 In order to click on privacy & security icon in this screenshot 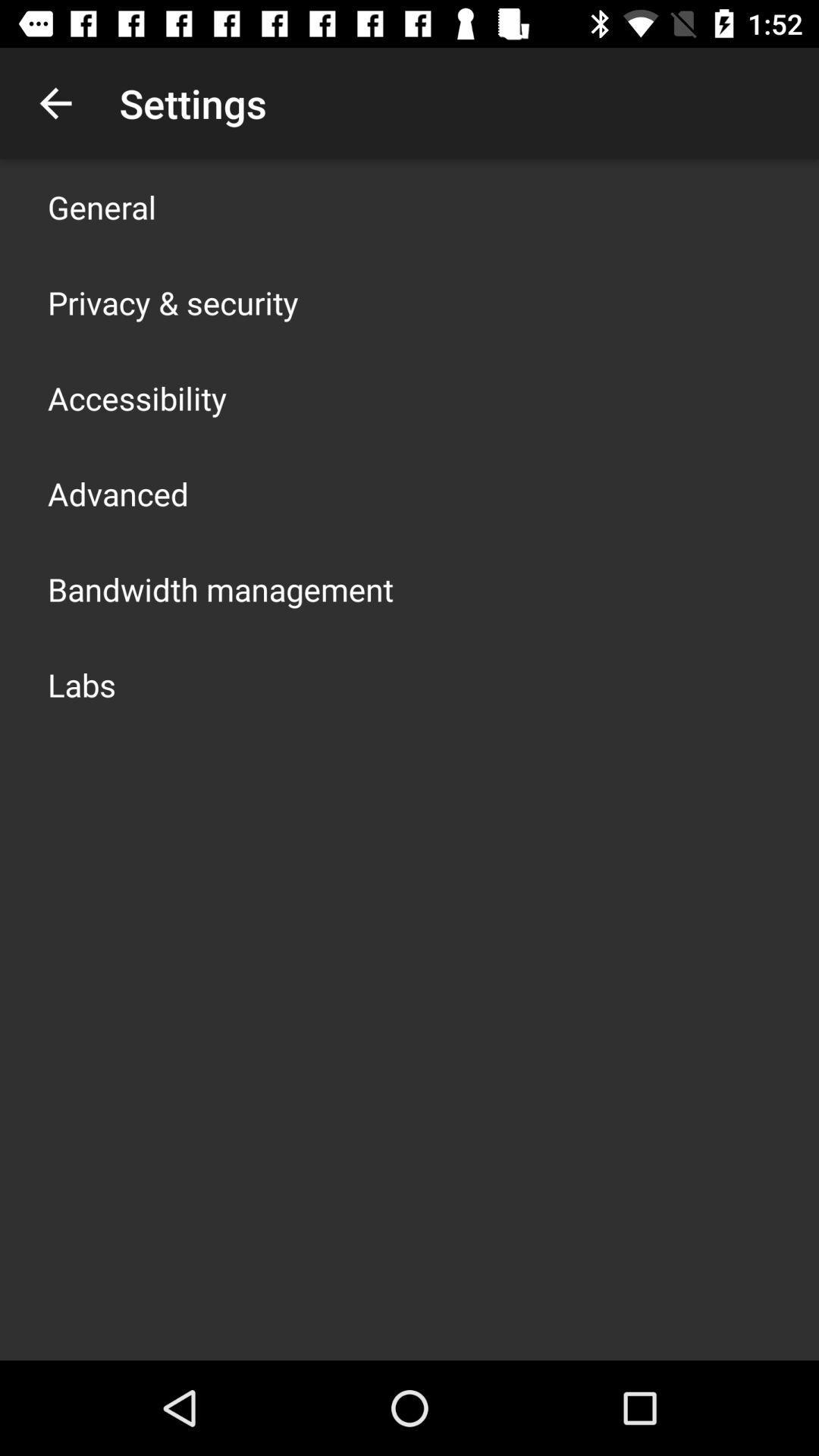, I will do `click(172, 302)`.